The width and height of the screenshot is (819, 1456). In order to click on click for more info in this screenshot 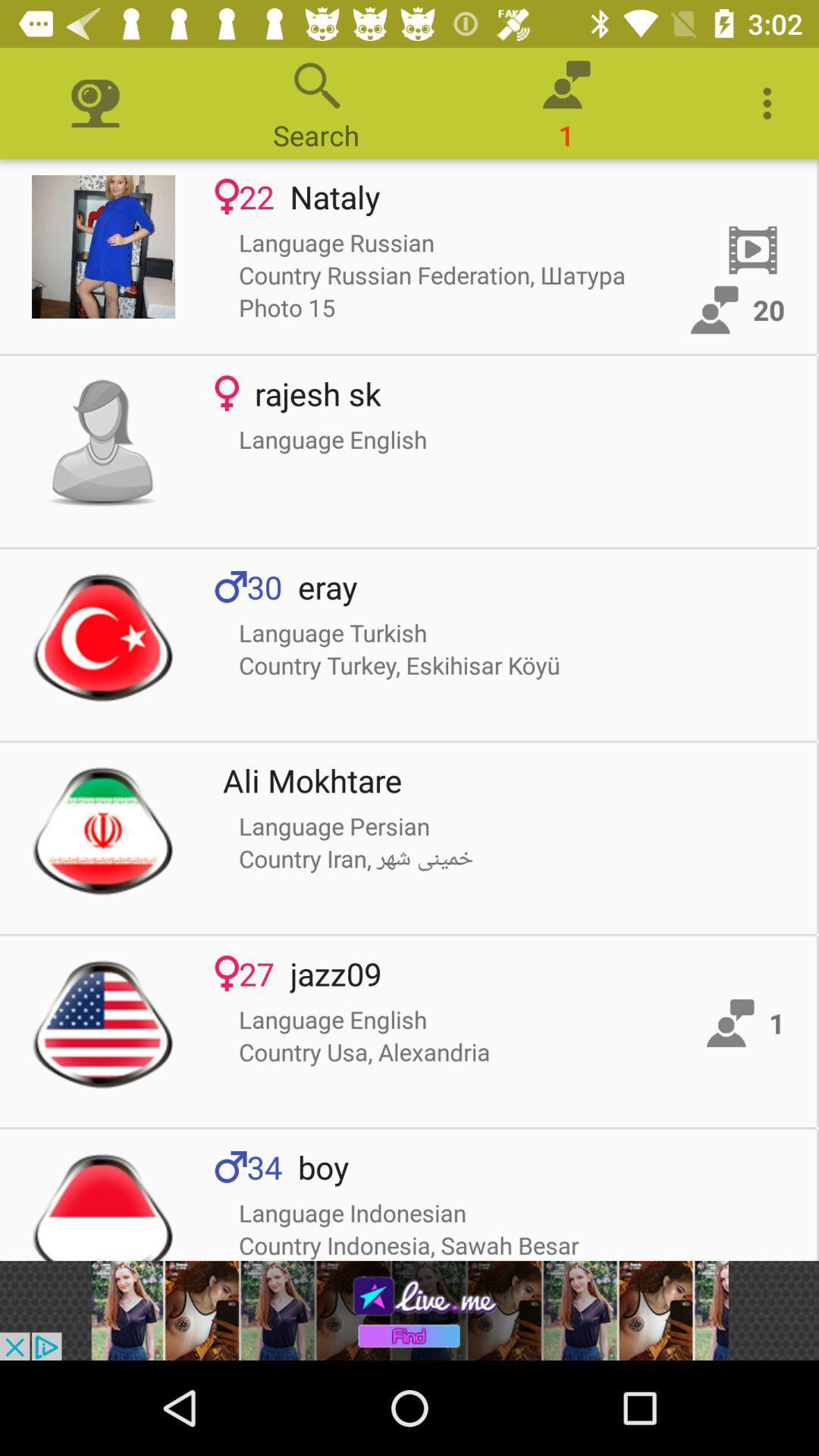, I will do `click(102, 829)`.